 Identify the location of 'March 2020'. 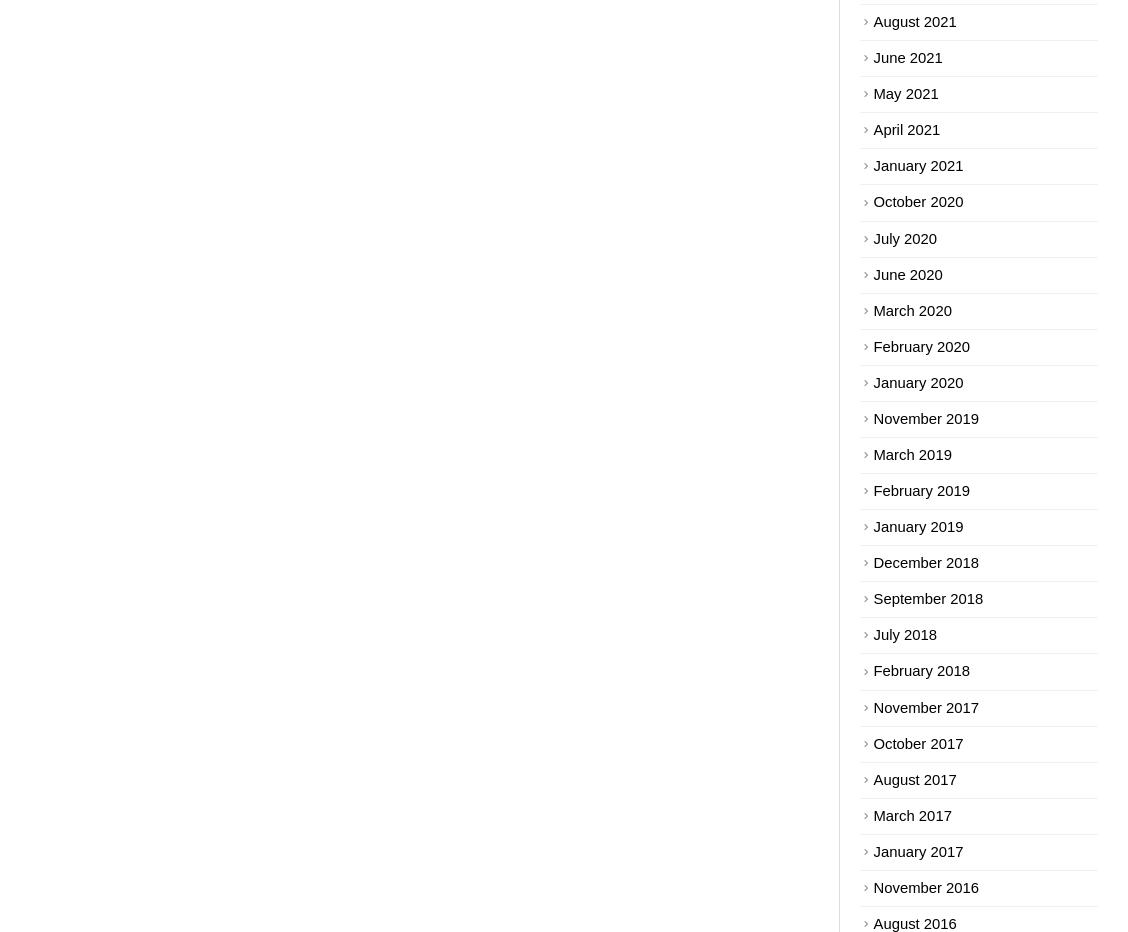
(910, 309).